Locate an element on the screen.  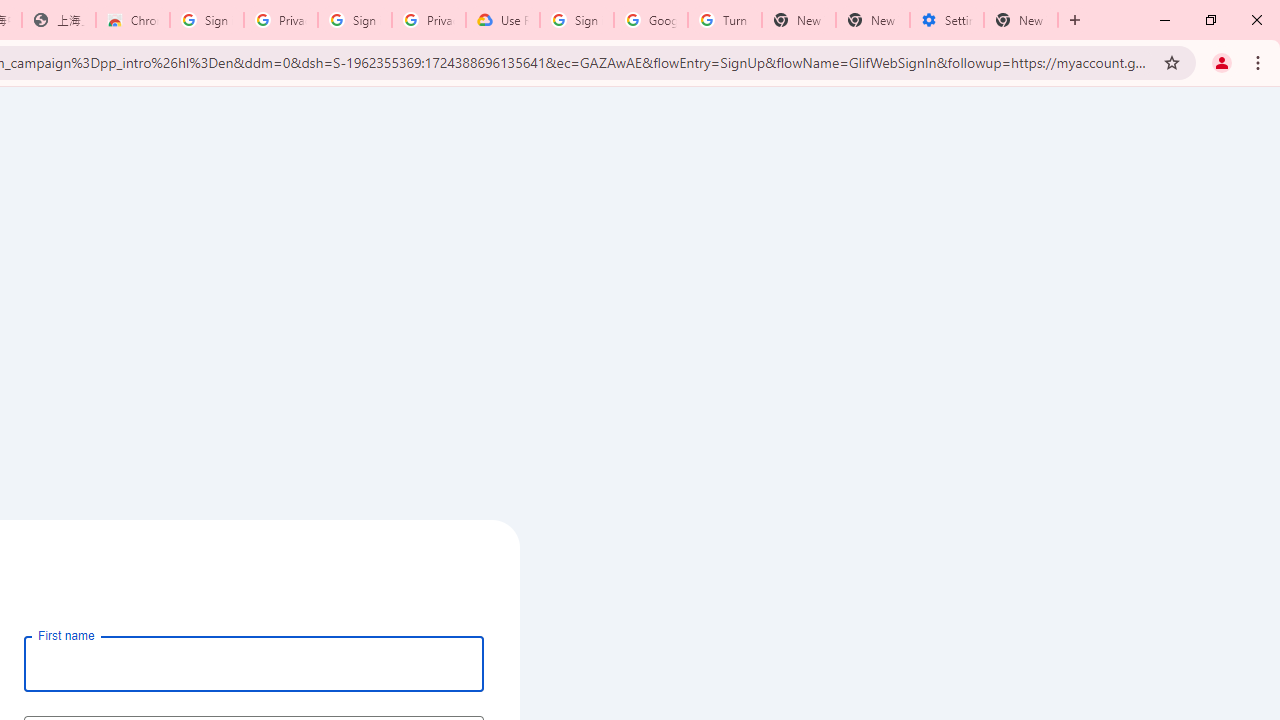
'Sign in - Google Accounts' is located at coordinates (207, 20).